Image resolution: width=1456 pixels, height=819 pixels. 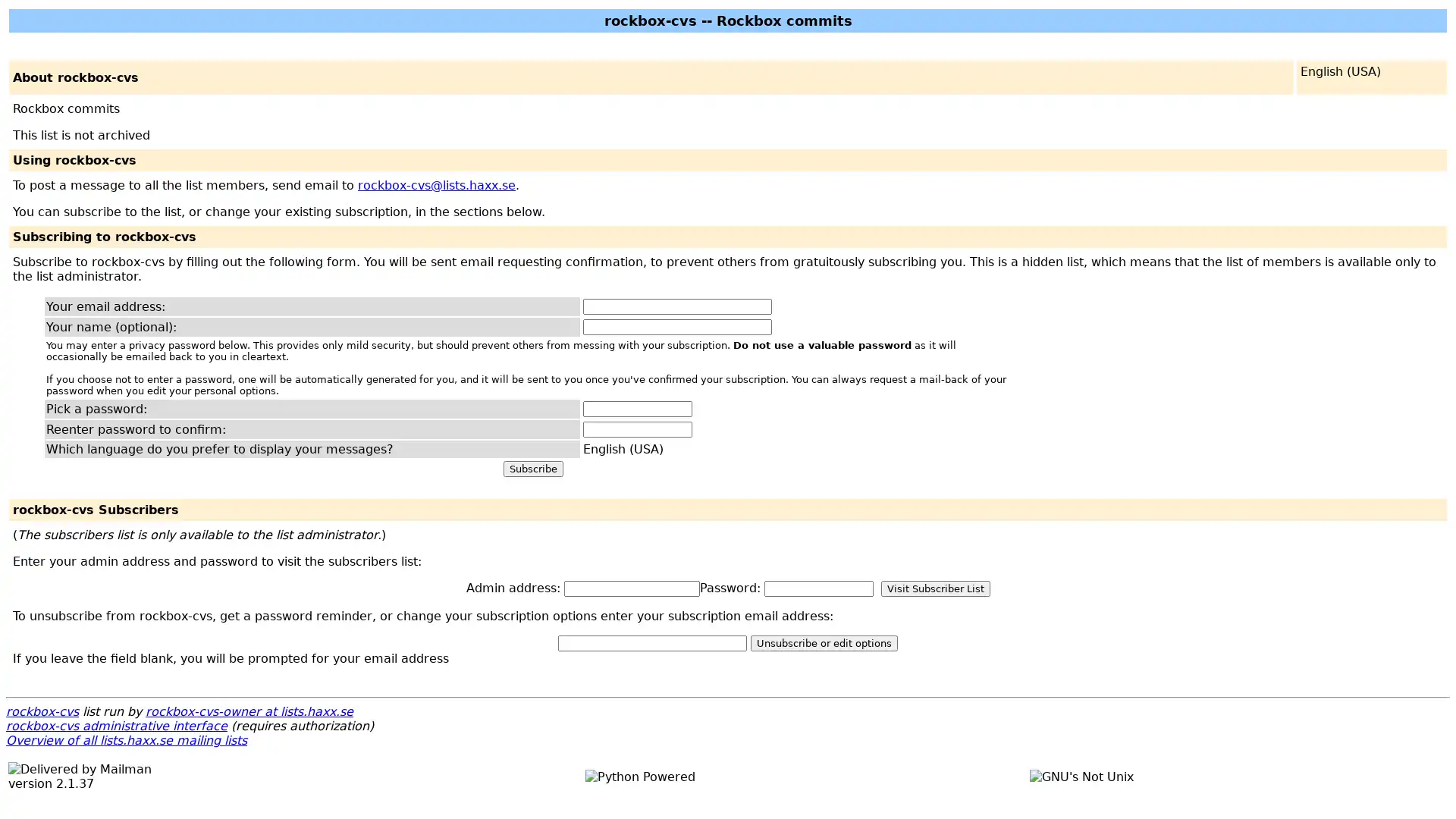 What do you see at coordinates (532, 468) in the screenshot?
I see `Subscribe` at bounding box center [532, 468].